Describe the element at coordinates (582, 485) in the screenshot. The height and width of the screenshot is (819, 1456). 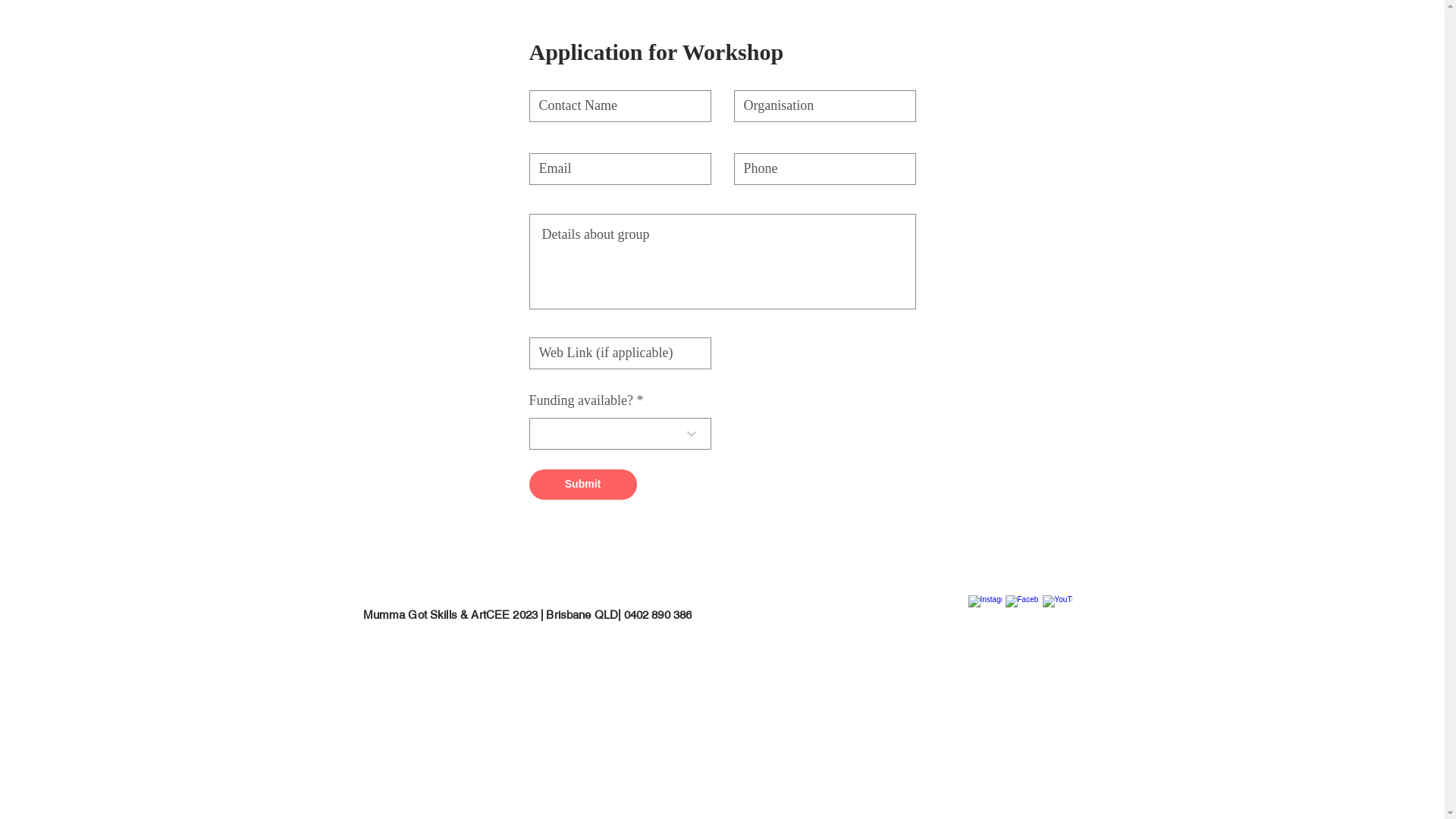
I see `'Submit'` at that location.